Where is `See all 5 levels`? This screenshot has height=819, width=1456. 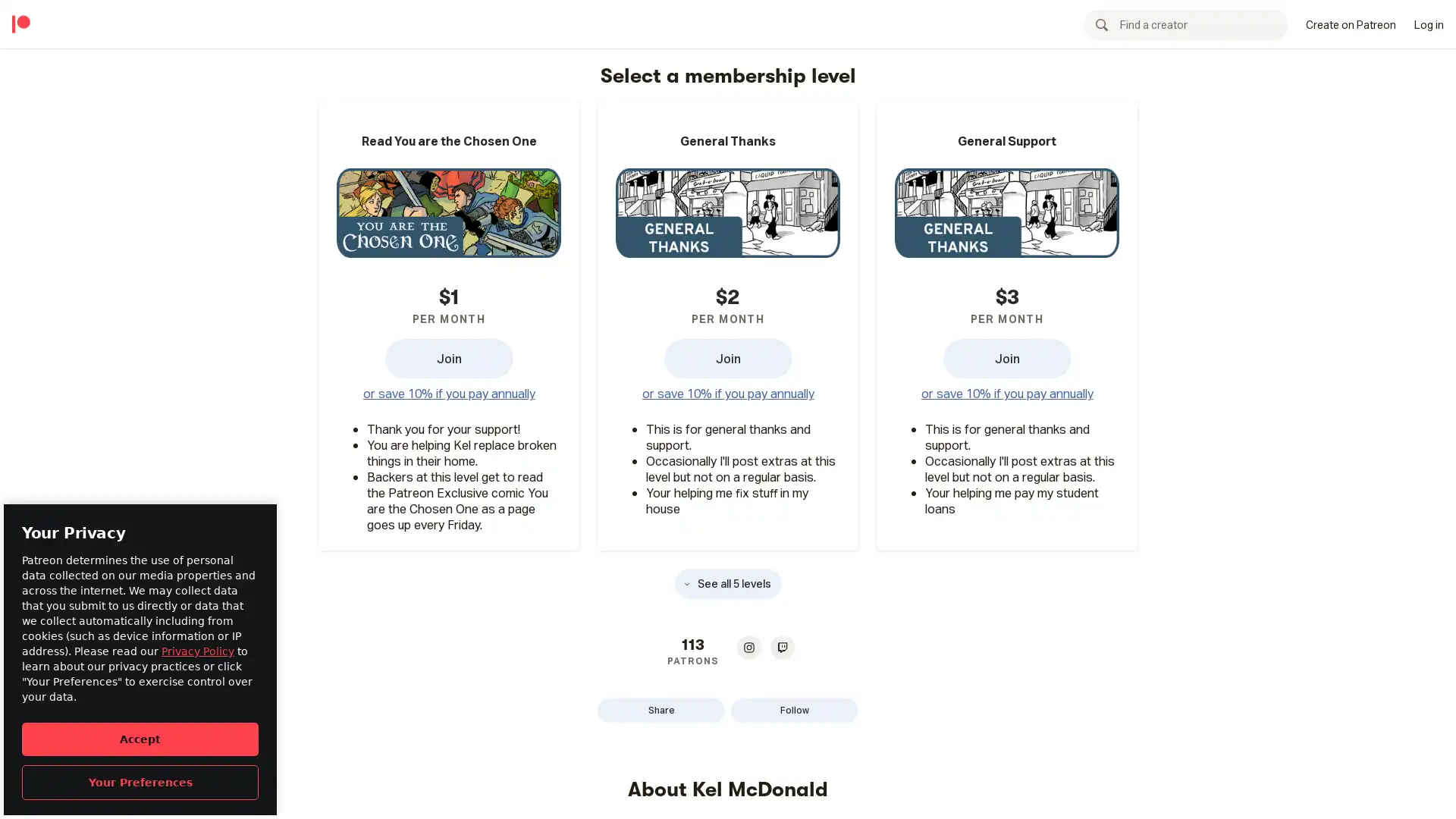
See all 5 levels is located at coordinates (726, 582).